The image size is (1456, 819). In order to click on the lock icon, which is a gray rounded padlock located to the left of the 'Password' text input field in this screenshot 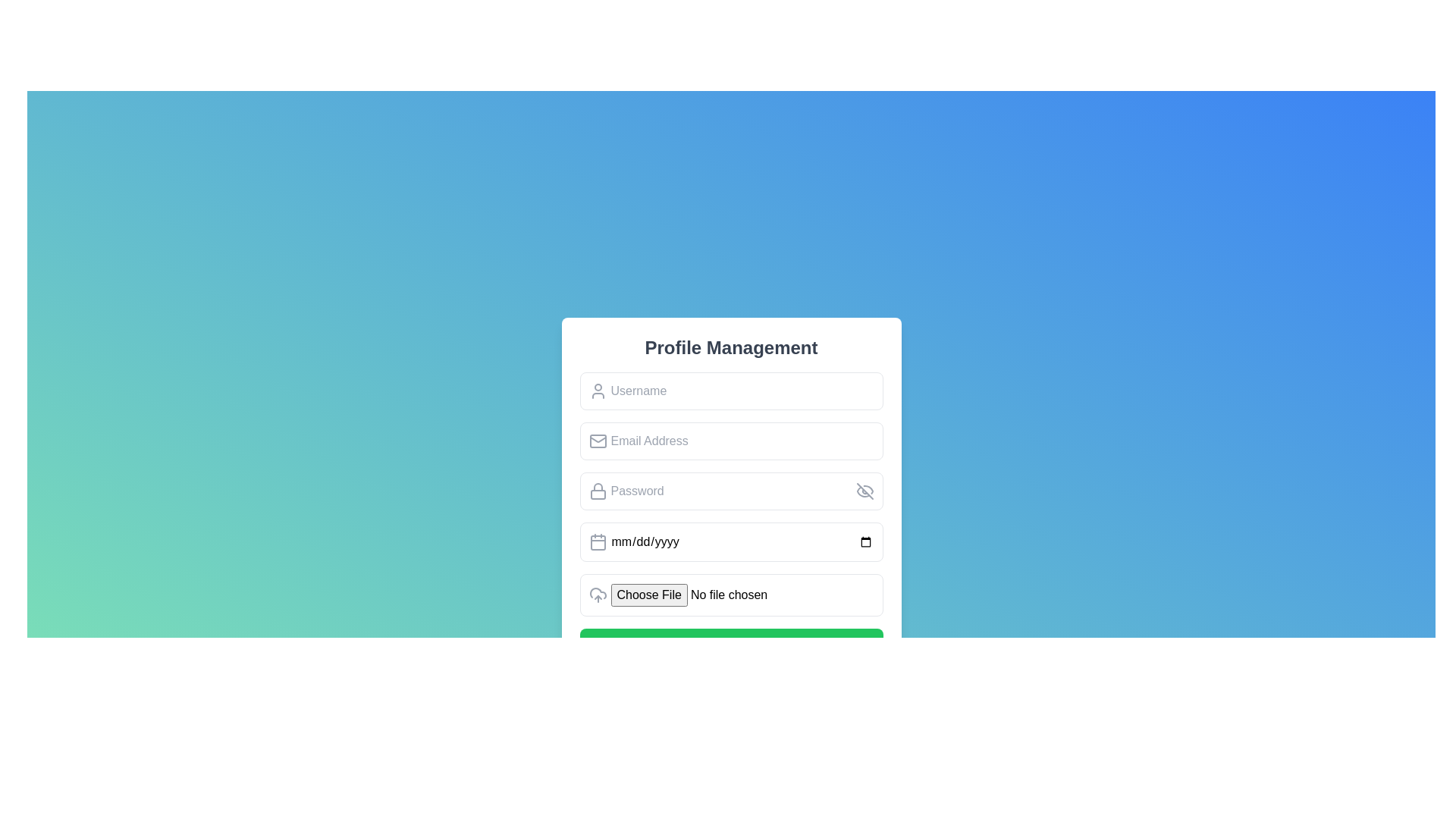, I will do `click(597, 491)`.